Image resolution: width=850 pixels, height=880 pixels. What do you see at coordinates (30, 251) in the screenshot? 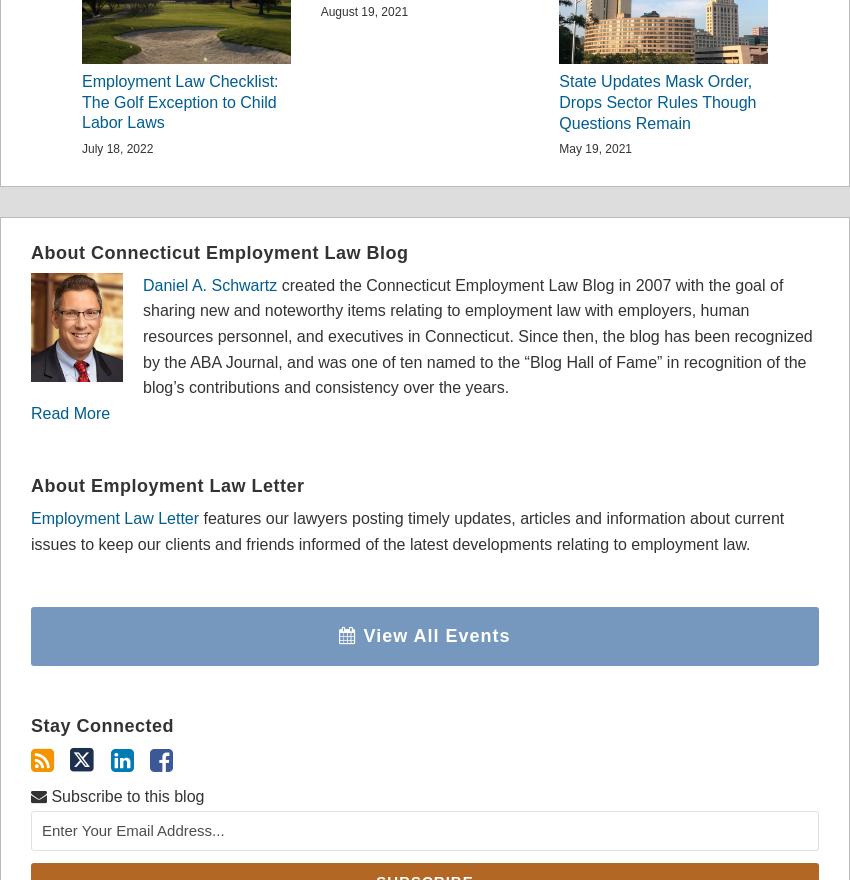
I see `'About Connecticut Employment Law Blog'` at bounding box center [30, 251].